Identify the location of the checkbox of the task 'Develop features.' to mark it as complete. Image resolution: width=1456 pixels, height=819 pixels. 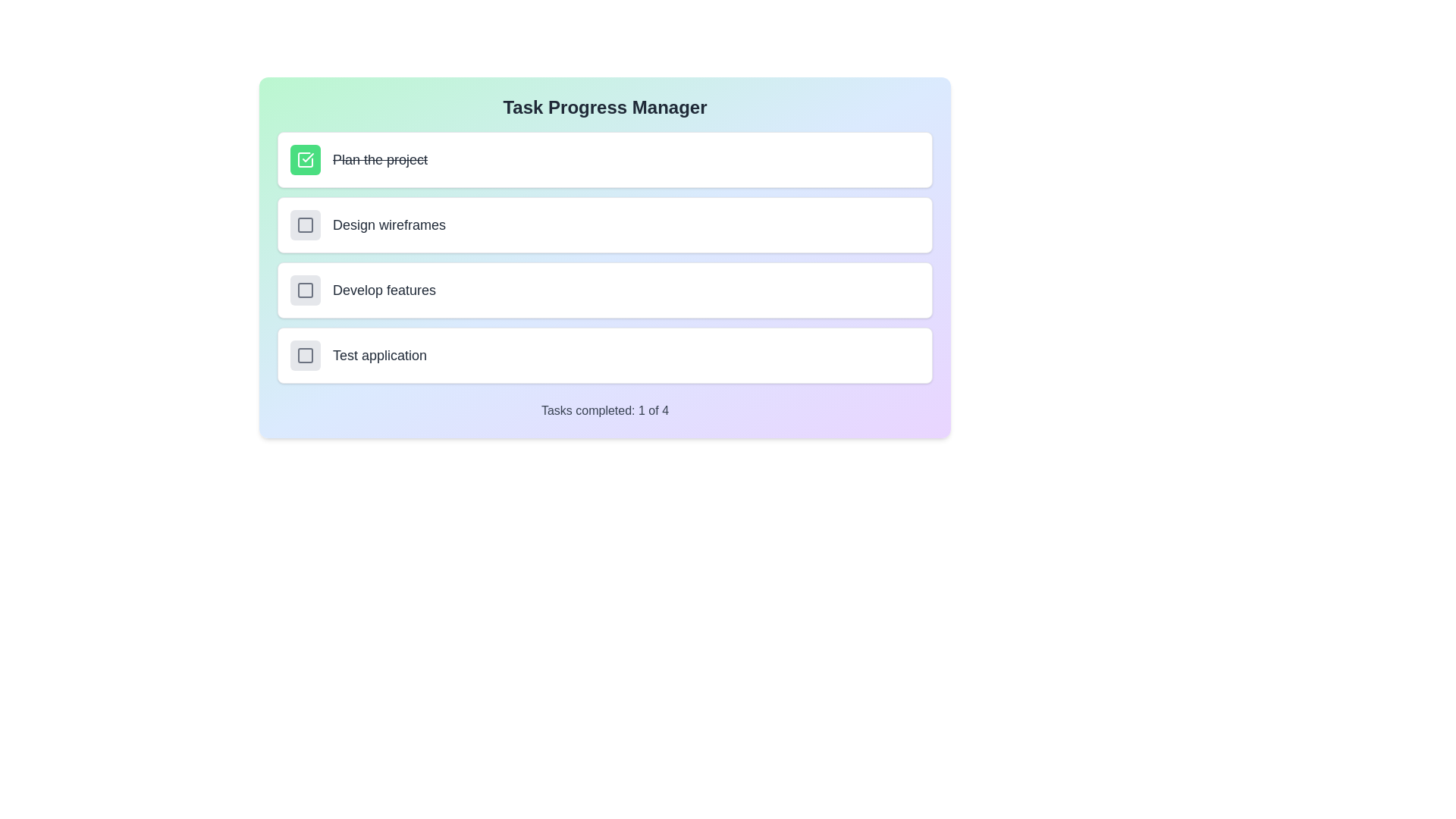
(604, 290).